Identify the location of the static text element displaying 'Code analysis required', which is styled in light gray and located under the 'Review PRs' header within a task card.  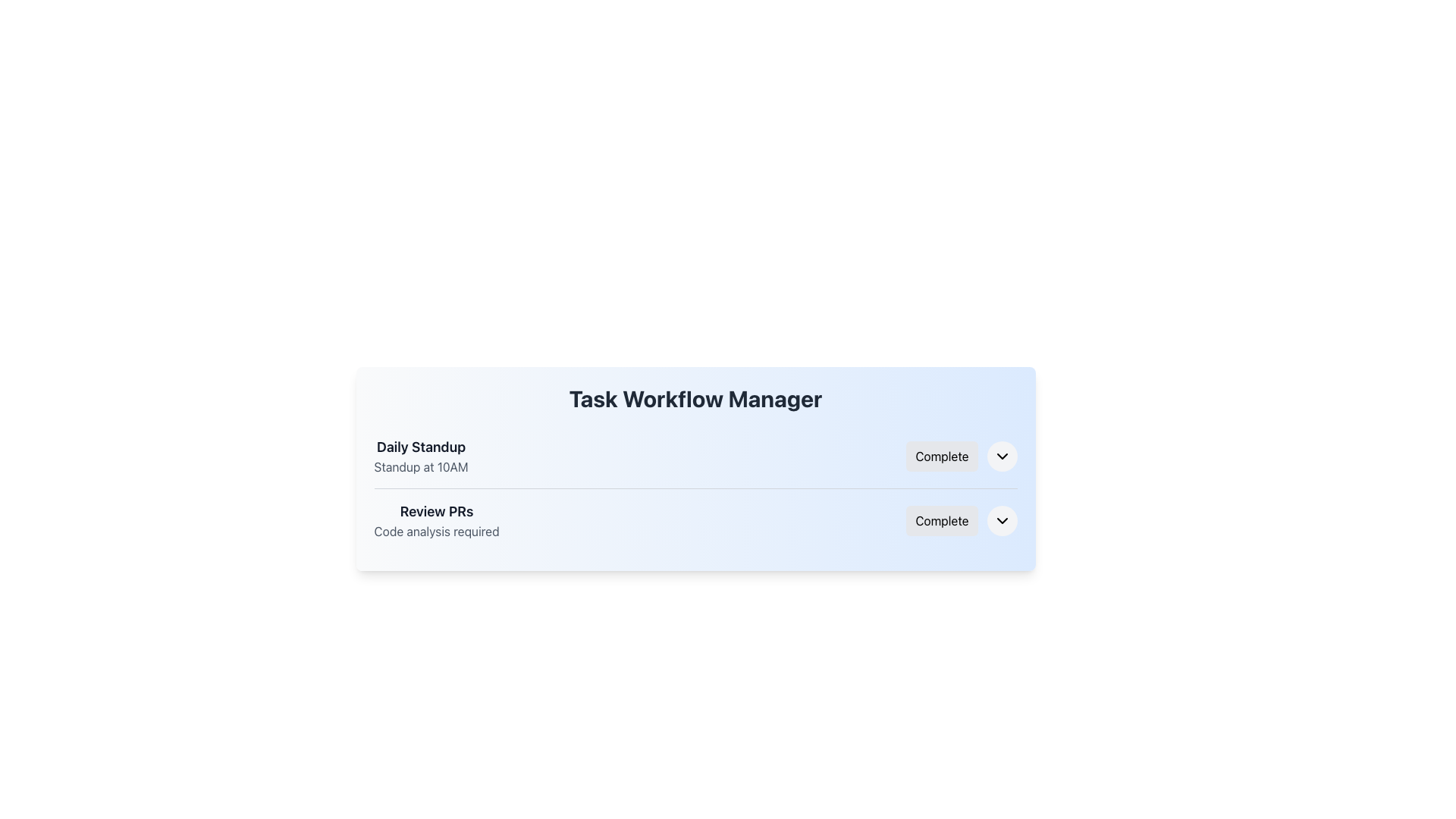
(436, 531).